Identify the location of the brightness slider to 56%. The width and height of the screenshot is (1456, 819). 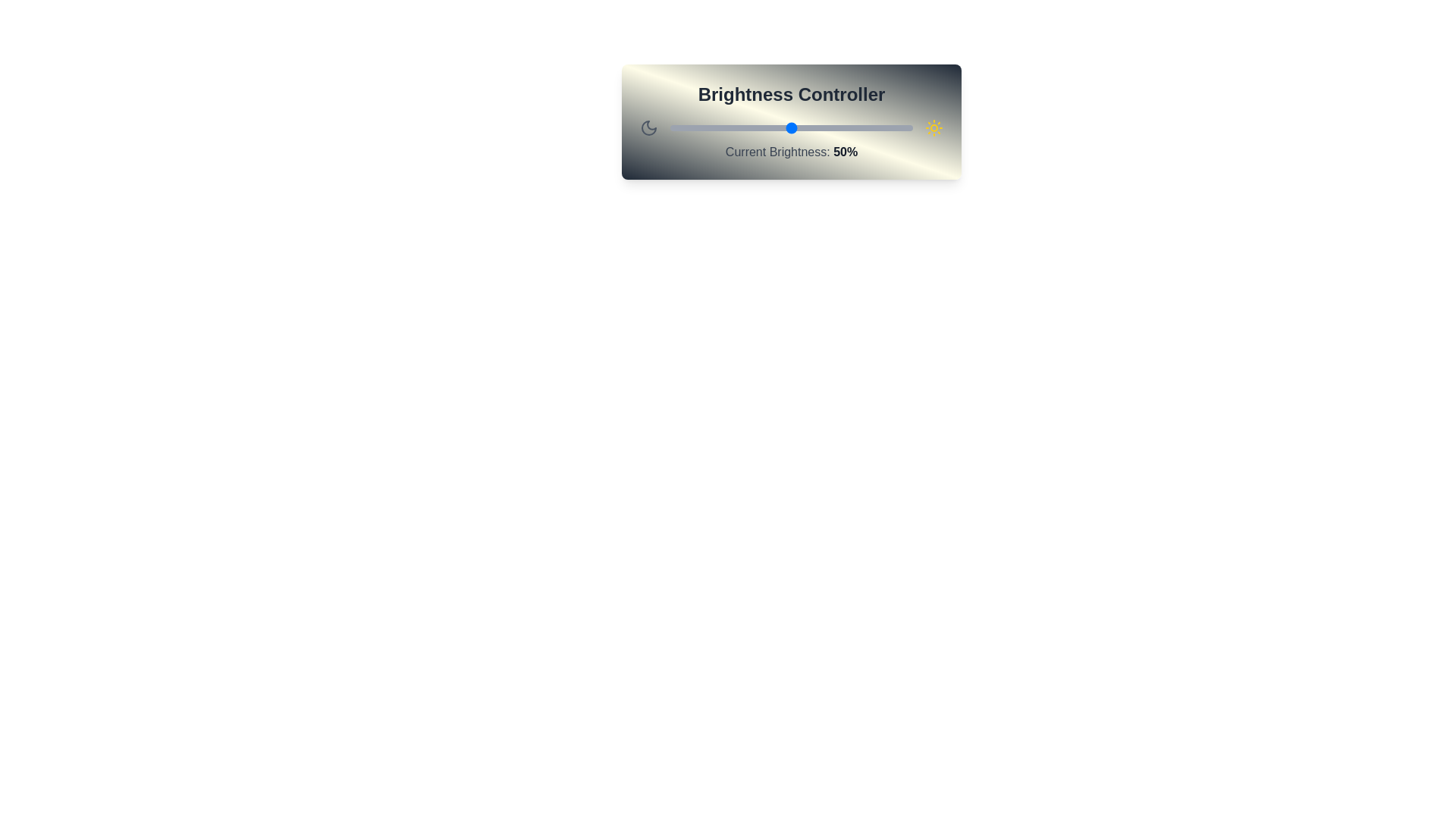
(805, 127).